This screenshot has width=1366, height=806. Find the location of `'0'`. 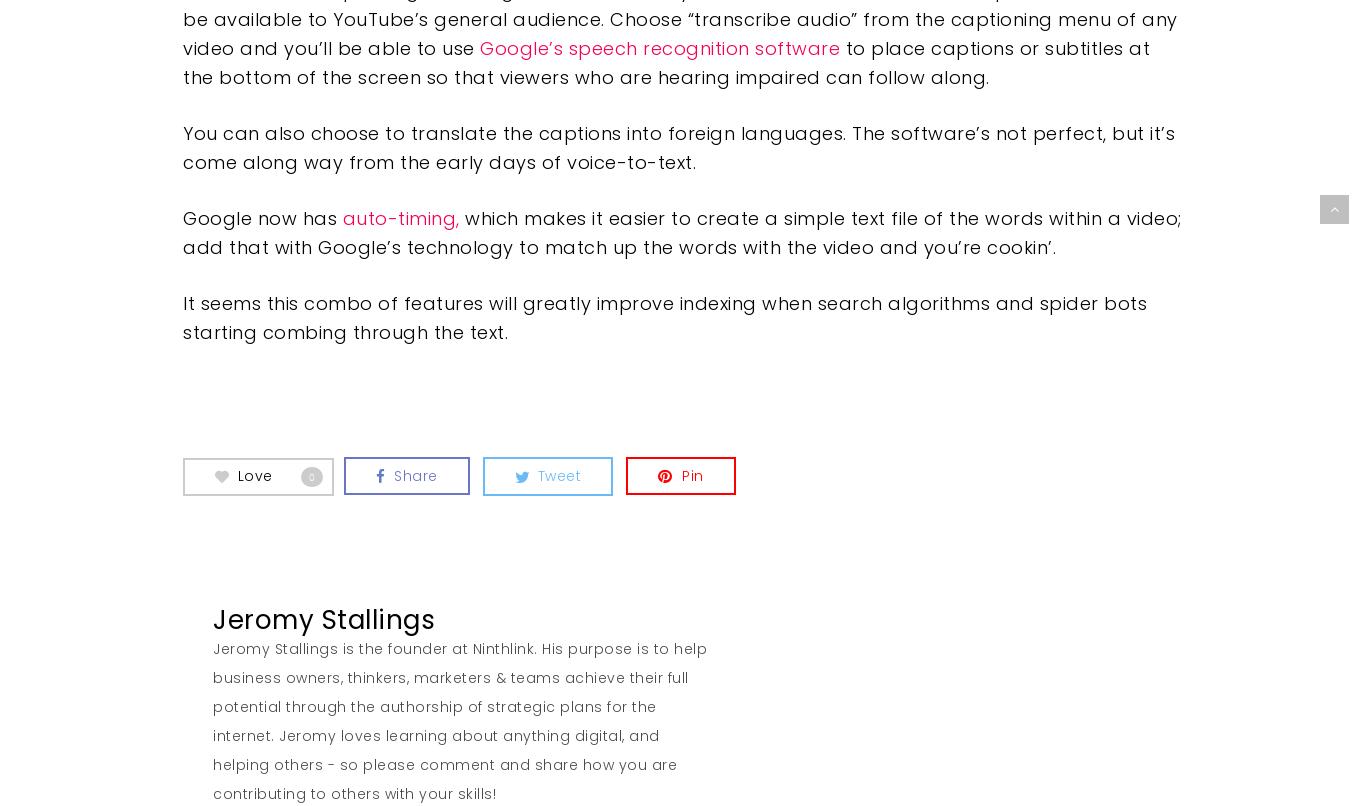

'0' is located at coordinates (311, 475).